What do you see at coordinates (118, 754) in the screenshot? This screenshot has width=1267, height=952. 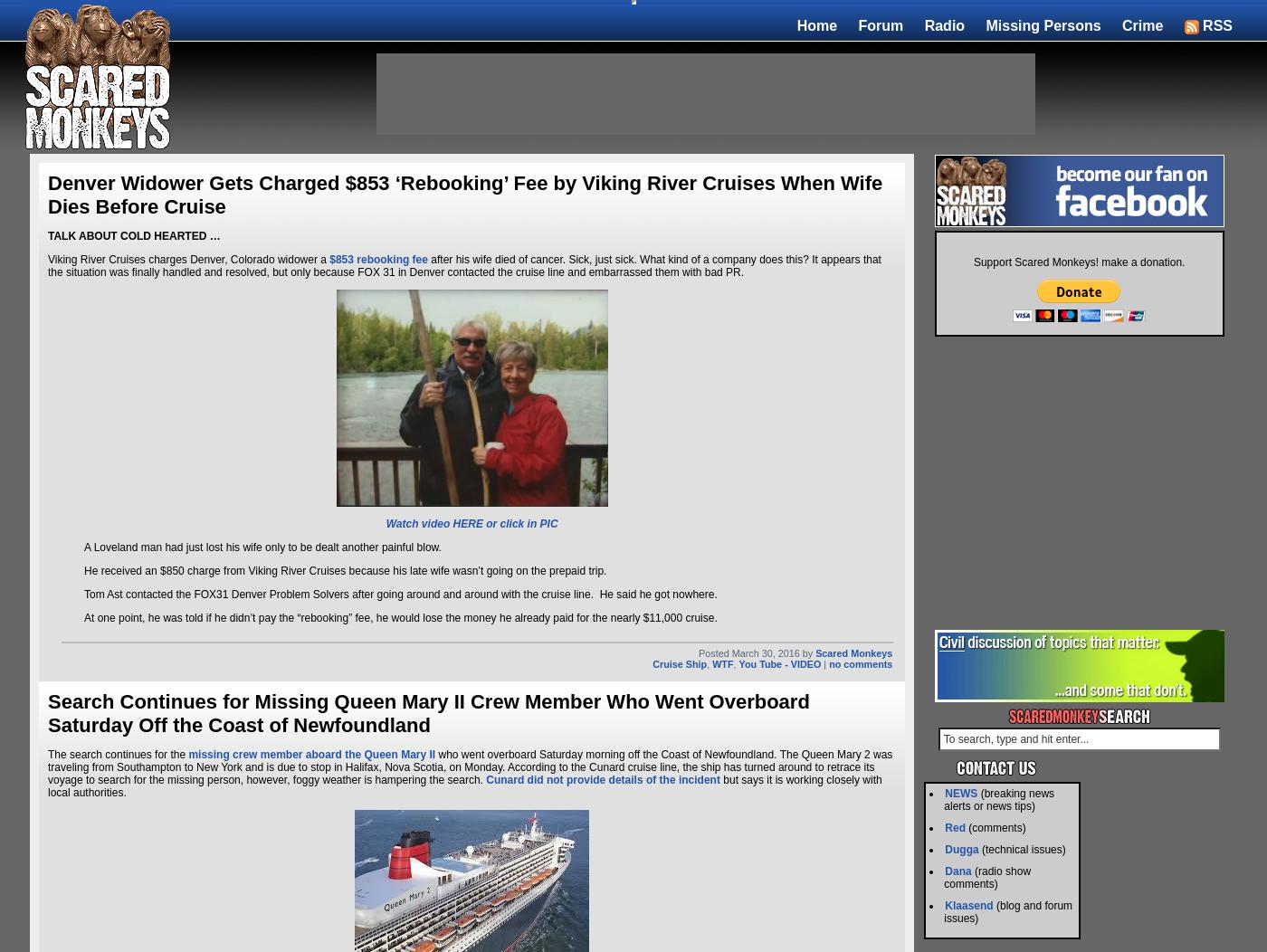 I see `'The search continues for the'` at bounding box center [118, 754].